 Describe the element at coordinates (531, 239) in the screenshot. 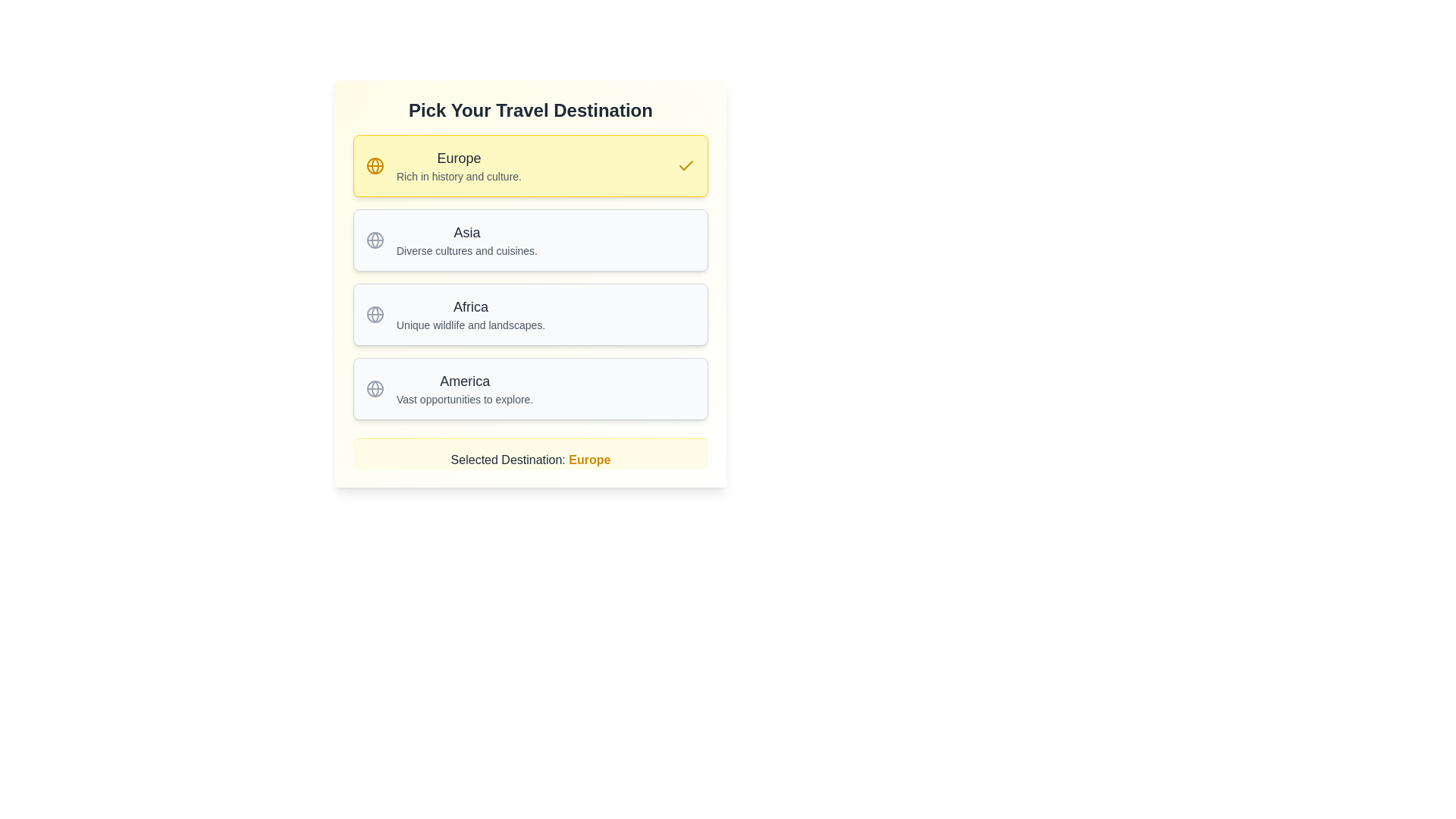

I see `the 'Asia' button, which is a rectangular button with rounded corners and a globe icon` at that location.